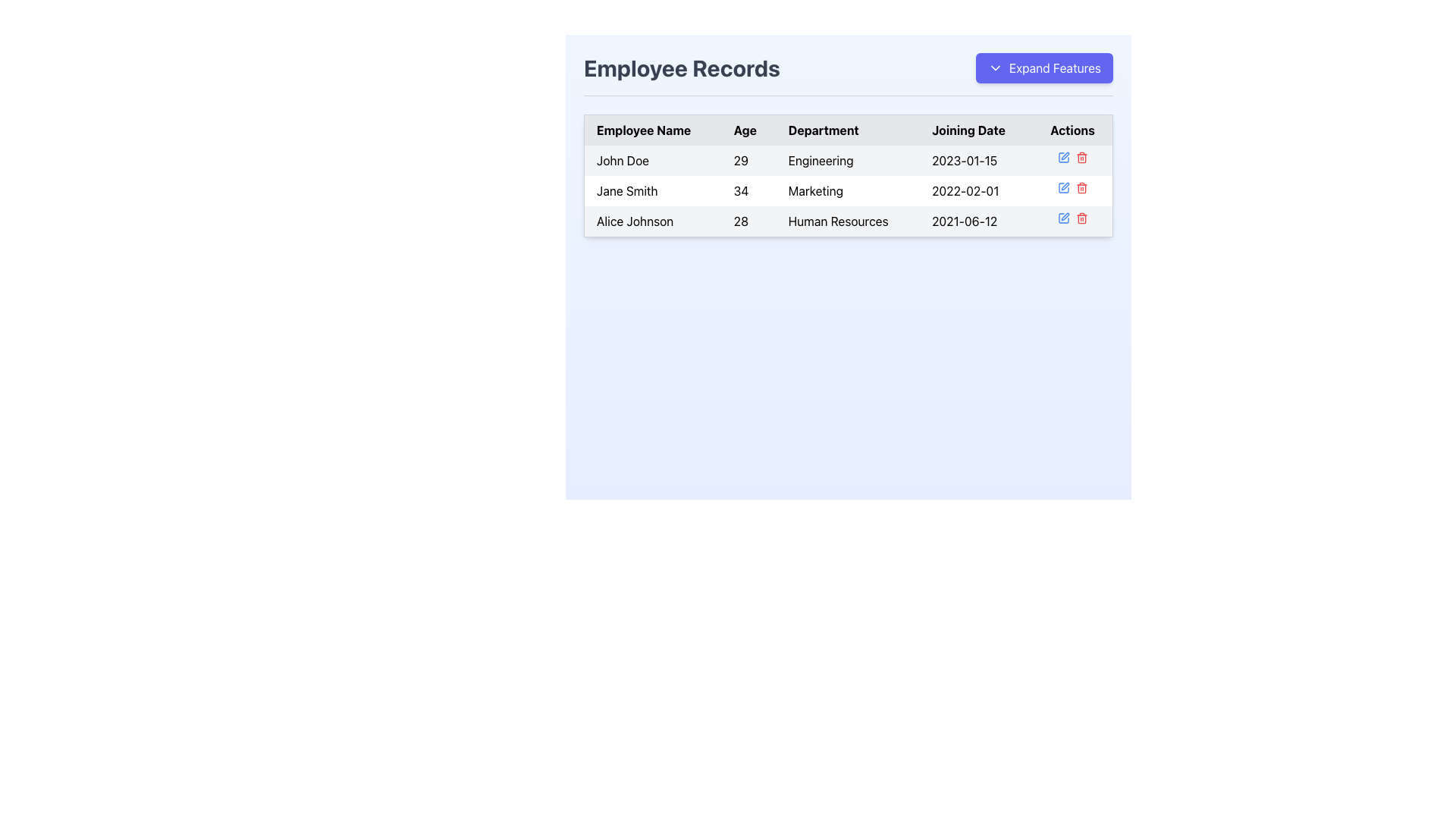 This screenshot has width=1456, height=819. What do you see at coordinates (1081, 188) in the screenshot?
I see `the delete SVG icon in the 'Actions' column for Jane Smith's record, which is the second icon from the left` at bounding box center [1081, 188].